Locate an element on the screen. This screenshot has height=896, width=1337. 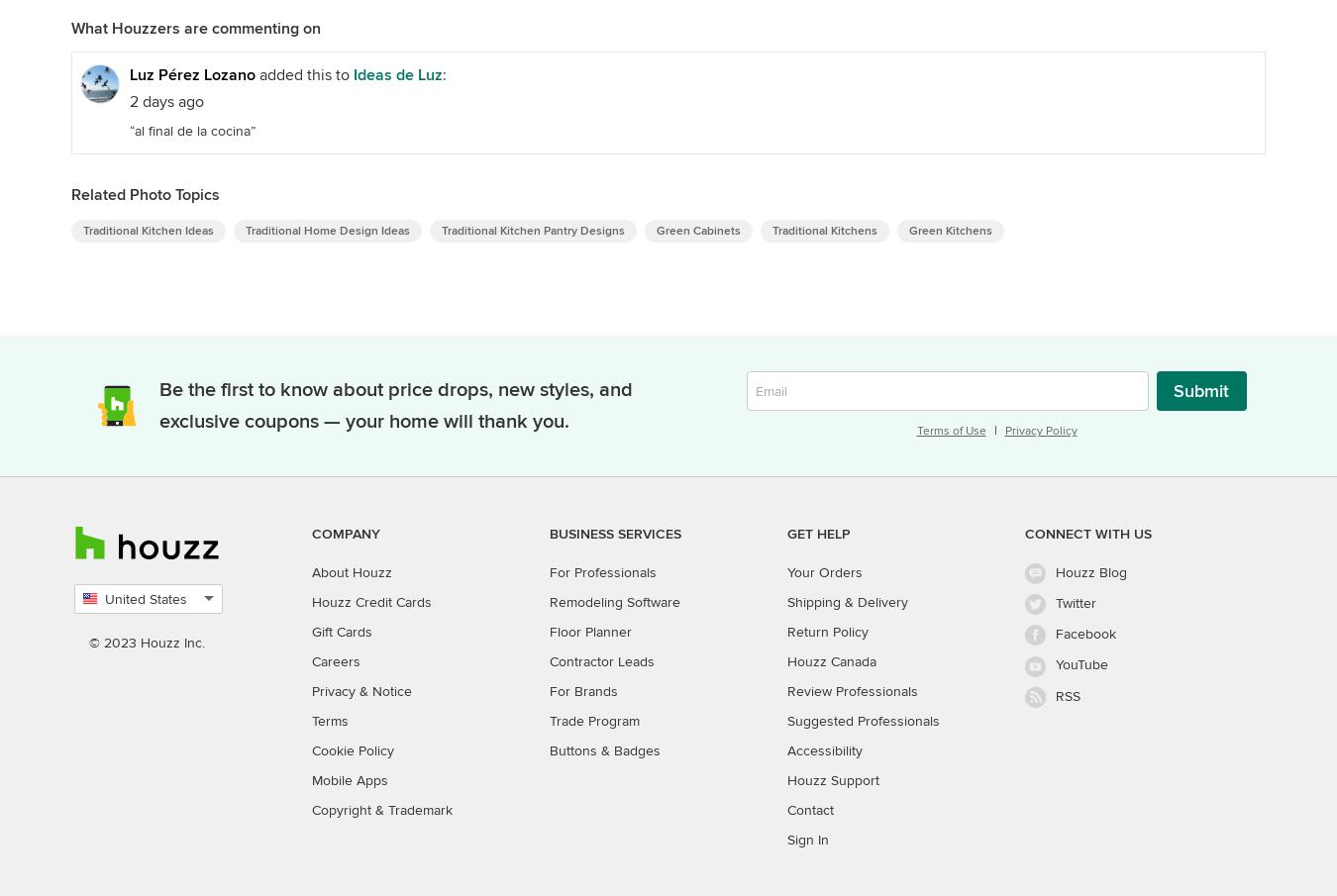
'Shipping & Delivery' is located at coordinates (848, 601).